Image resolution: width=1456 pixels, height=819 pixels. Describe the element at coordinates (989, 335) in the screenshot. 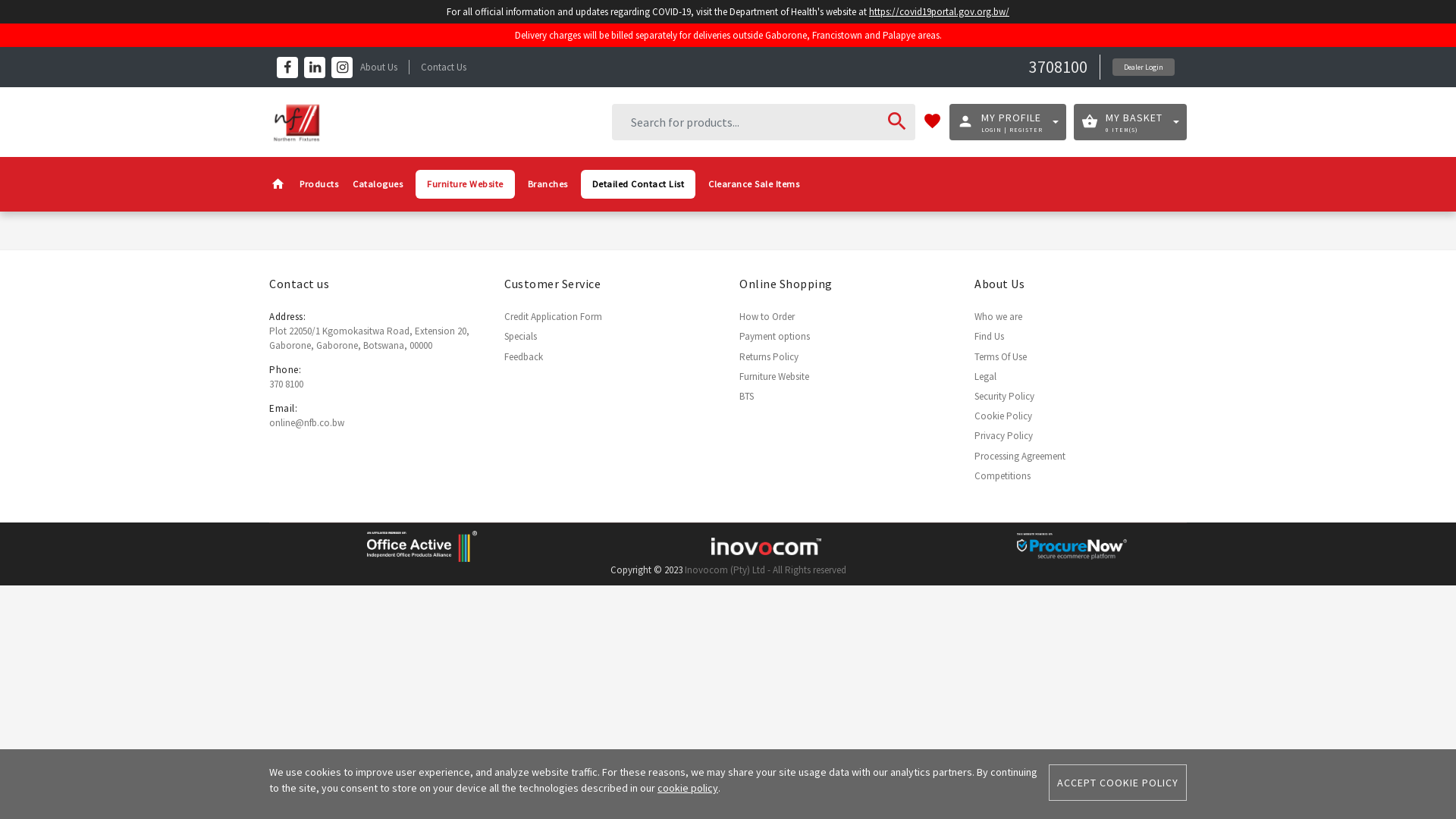

I see `'Find Us'` at that location.